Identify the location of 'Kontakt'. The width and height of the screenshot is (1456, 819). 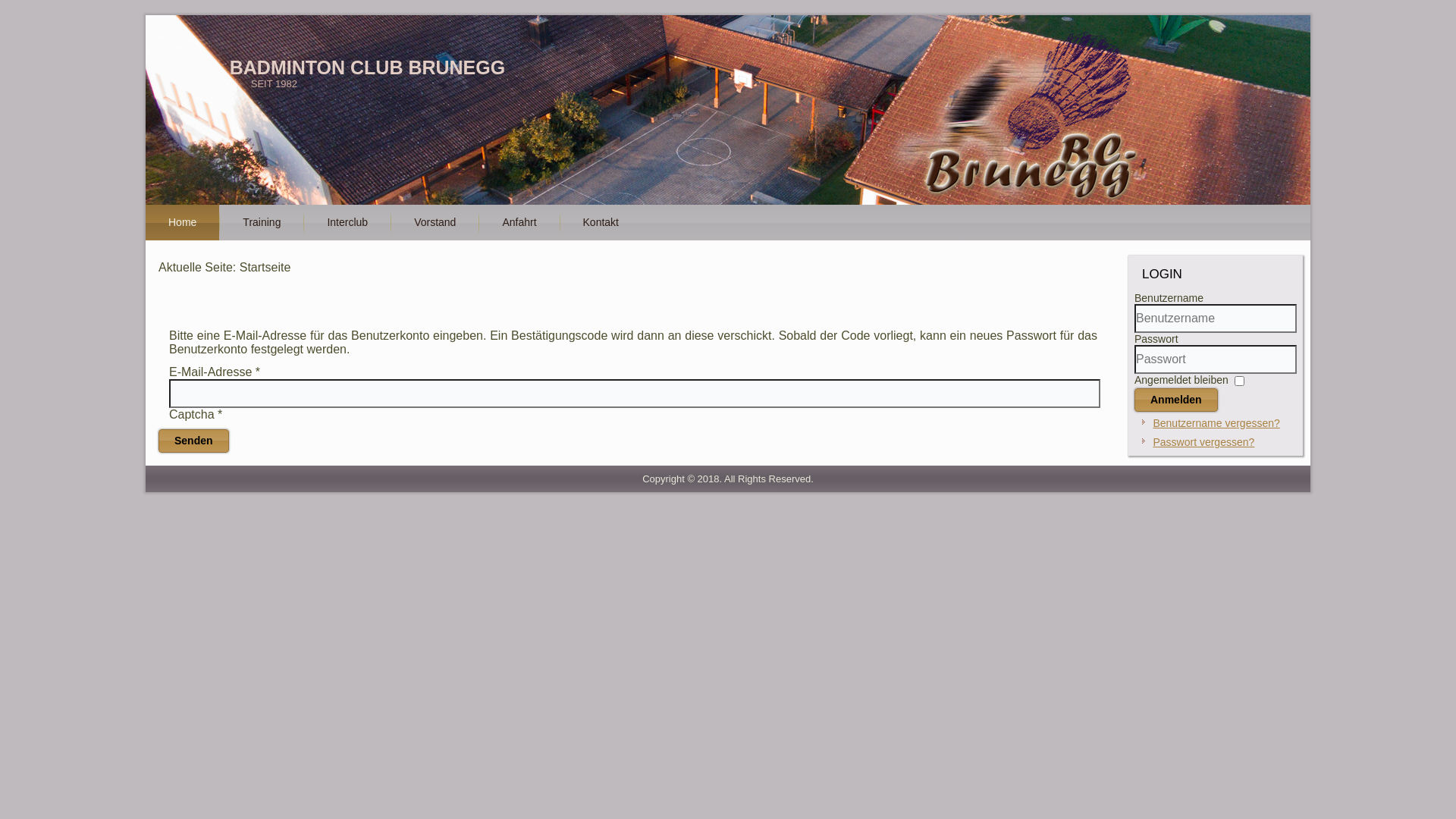
(600, 222).